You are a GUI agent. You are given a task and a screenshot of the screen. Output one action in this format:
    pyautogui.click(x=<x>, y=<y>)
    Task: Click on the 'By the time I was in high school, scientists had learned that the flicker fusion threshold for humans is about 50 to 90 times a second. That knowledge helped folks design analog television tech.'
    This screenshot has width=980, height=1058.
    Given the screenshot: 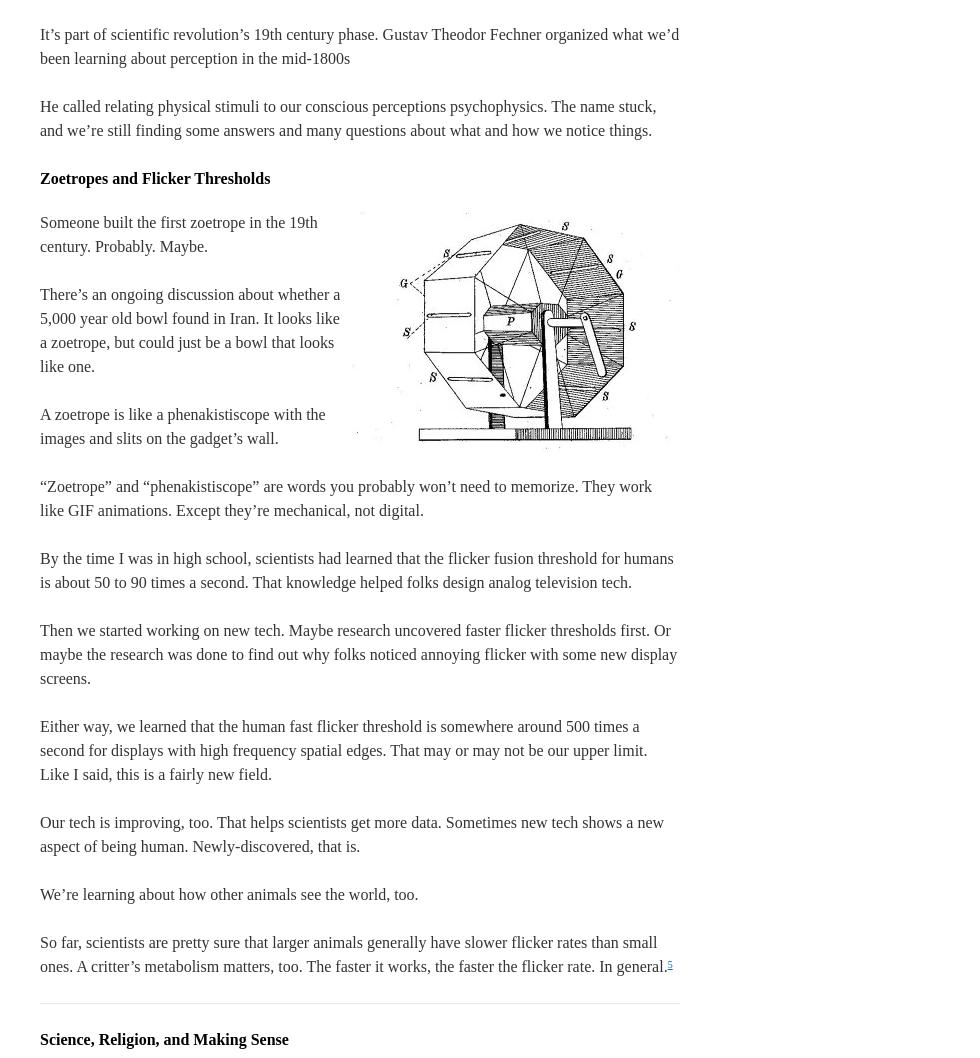 What is the action you would take?
    pyautogui.click(x=356, y=570)
    